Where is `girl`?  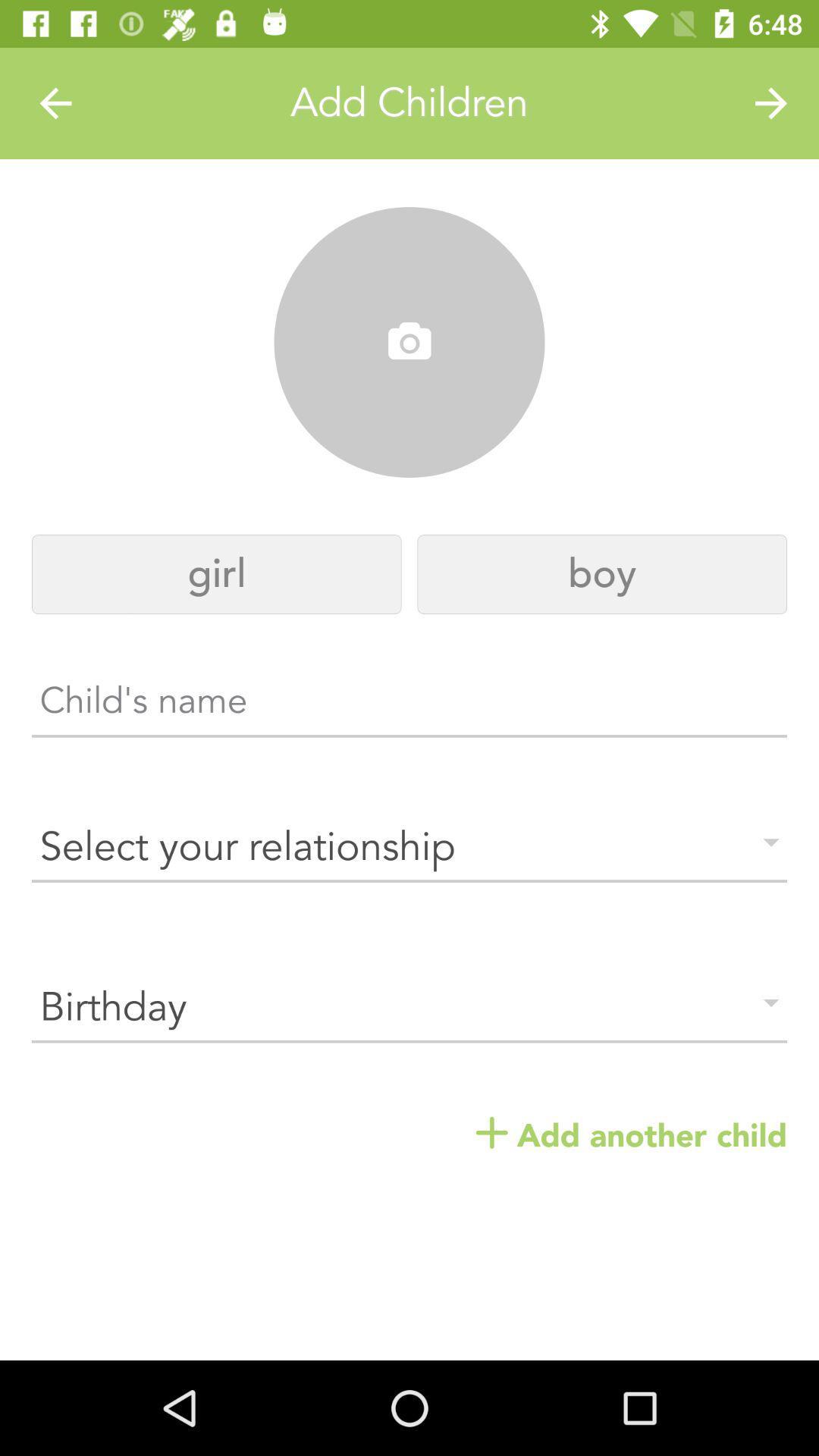
girl is located at coordinates (216, 573).